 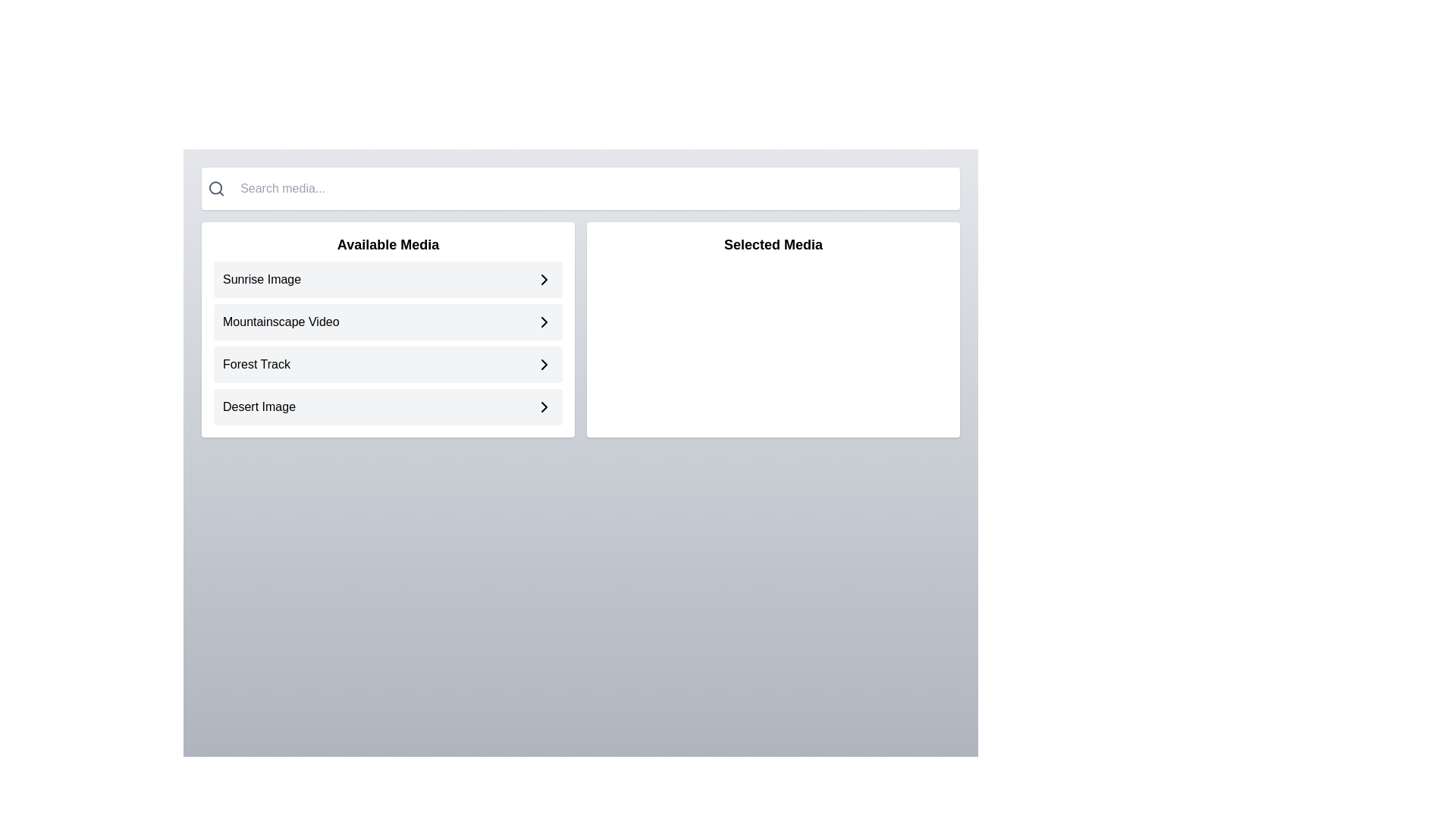 What do you see at coordinates (388, 321) in the screenshot?
I see `the 'Mountainscape Video' list item in the 'Available Media' section` at bounding box center [388, 321].